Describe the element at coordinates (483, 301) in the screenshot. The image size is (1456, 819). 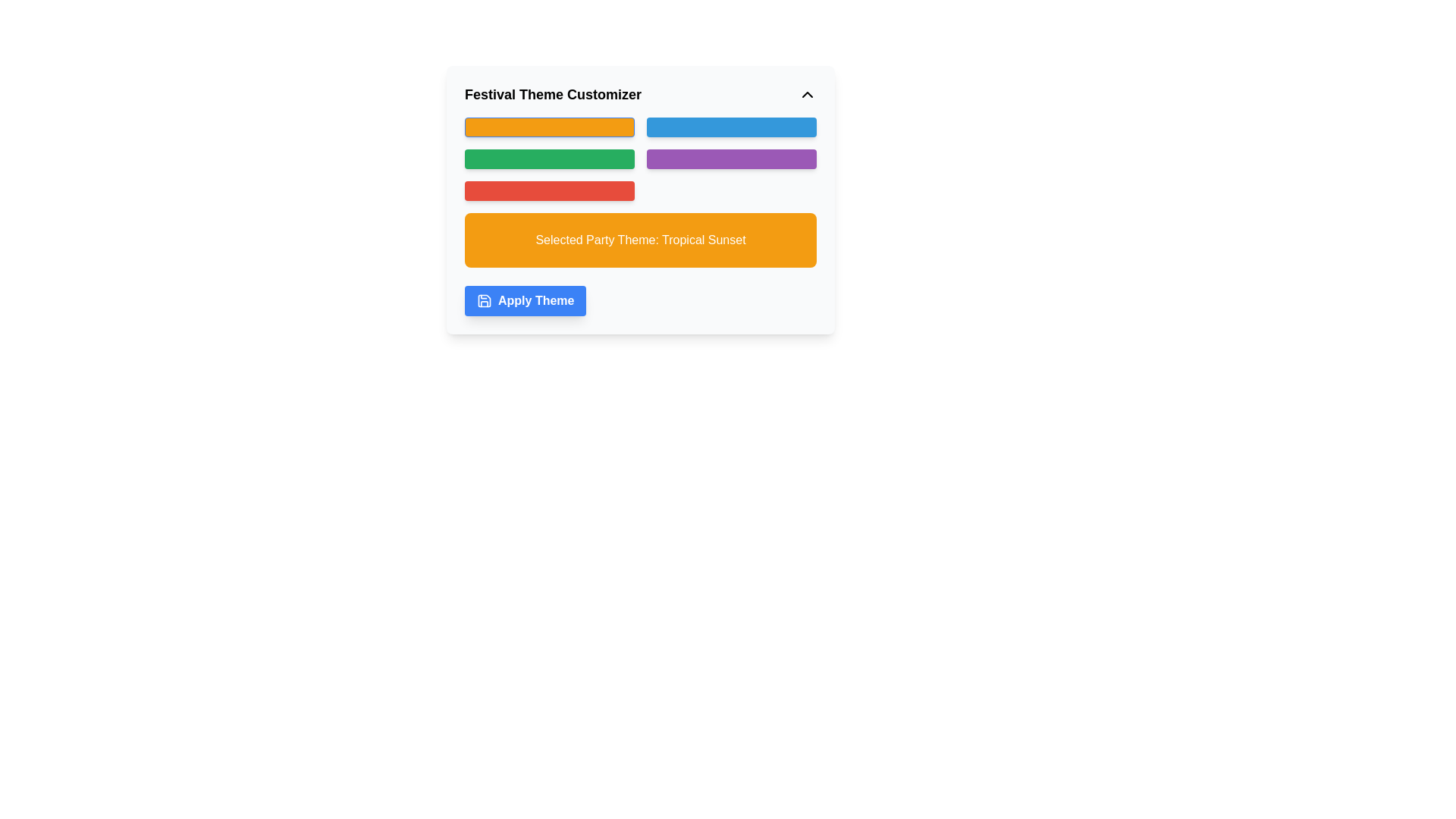
I see `the 'Apply Theme' button icon located on the left side of the button at the bottom of the Festival Theme Customizer card` at that location.